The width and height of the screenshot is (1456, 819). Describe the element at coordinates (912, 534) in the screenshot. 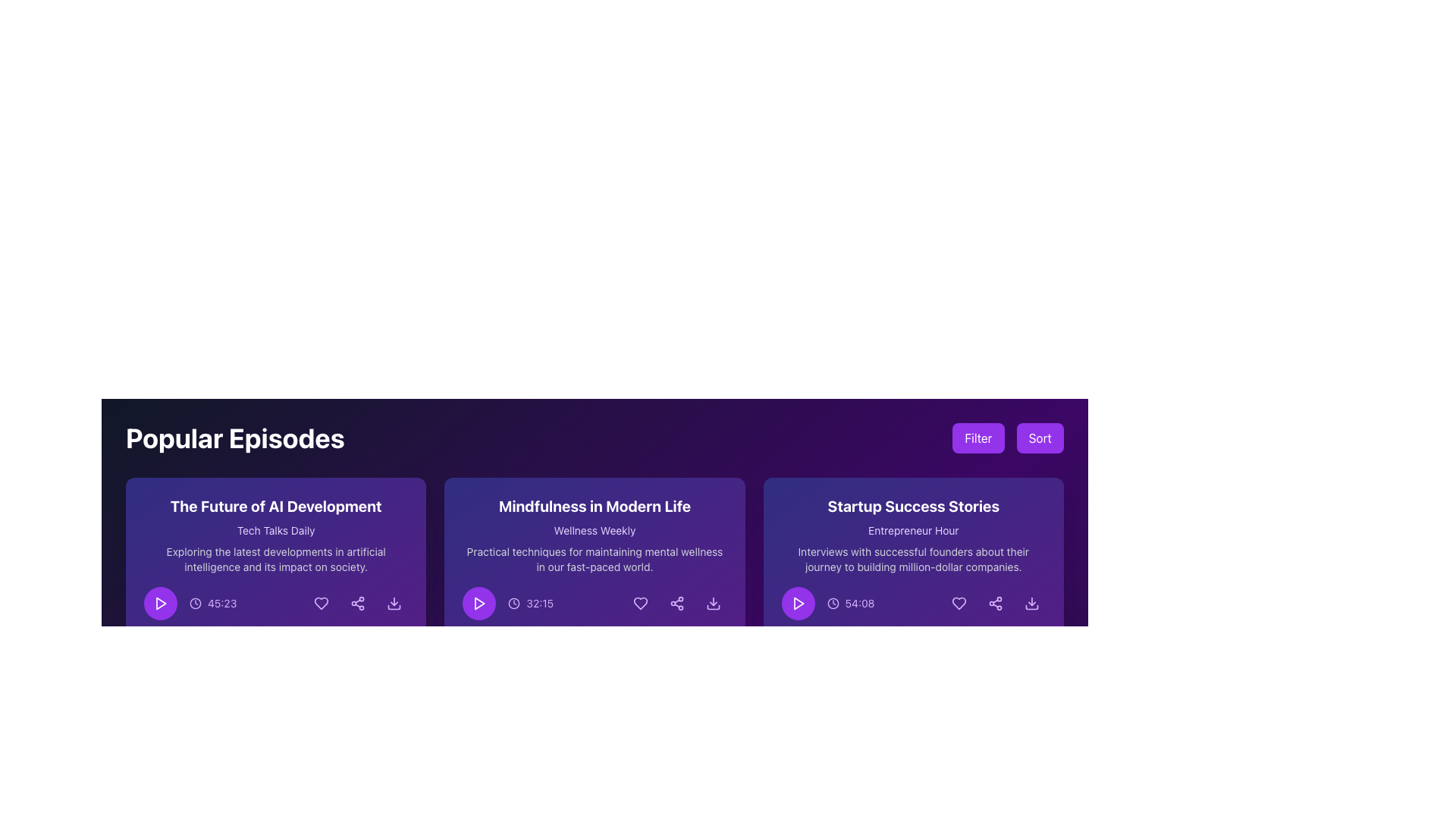

I see `the central text block on the third card from the left in the 'Popular Episodes' section, which provides the title, subtitle, and description of the podcast or episode` at that location.